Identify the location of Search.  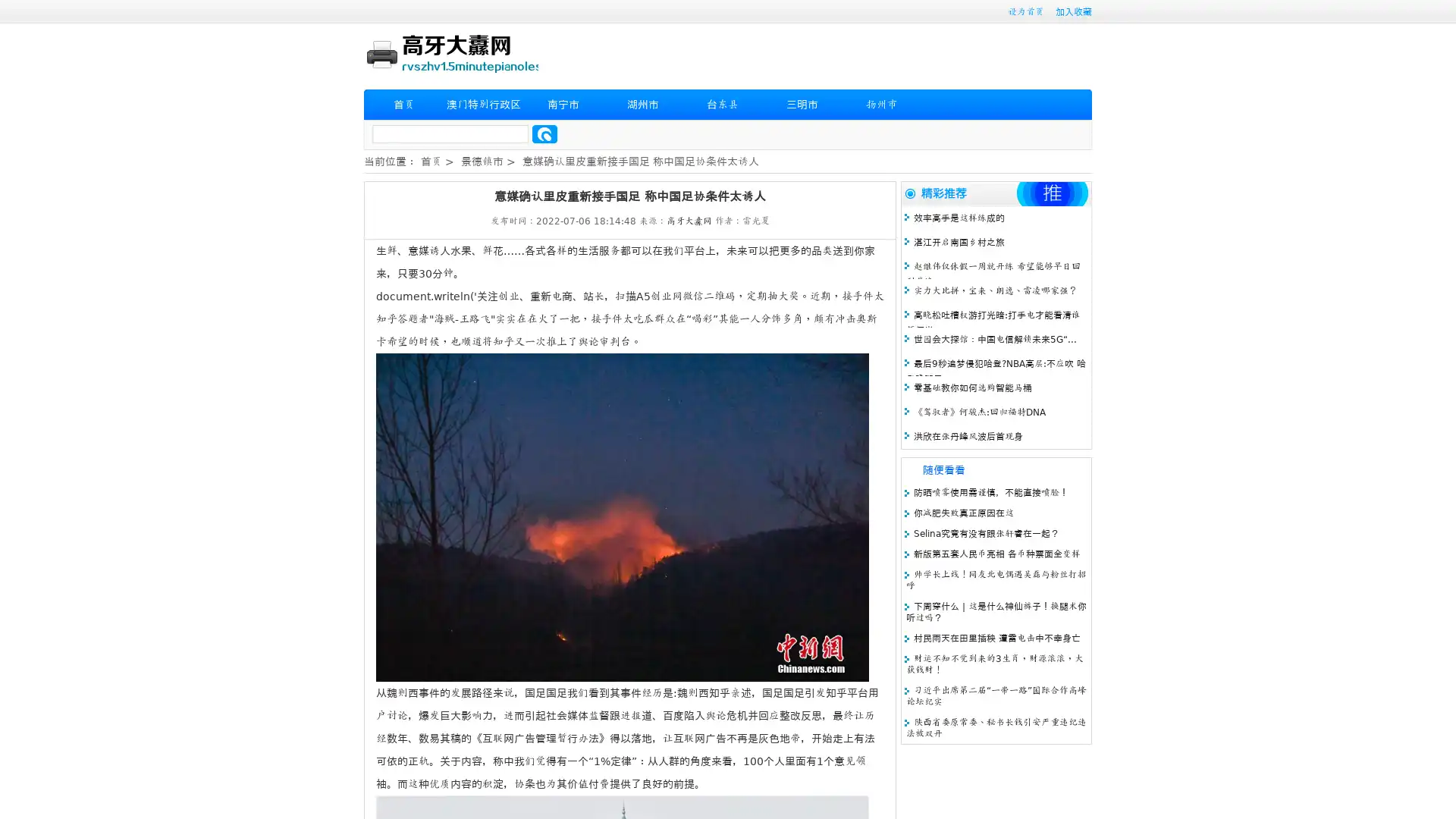
(544, 133).